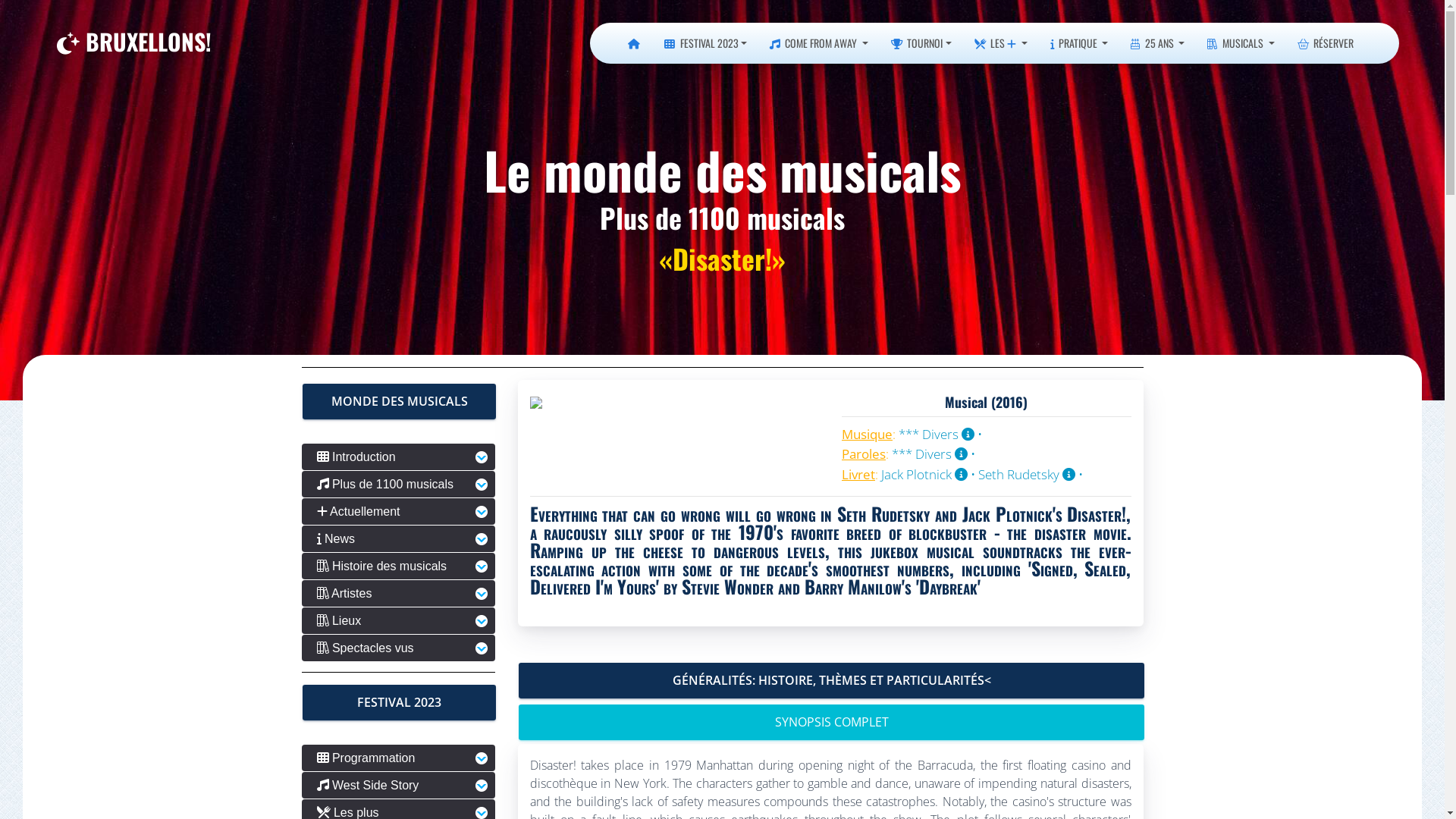 The width and height of the screenshot is (1456, 819). Describe the element at coordinates (398, 758) in the screenshot. I see `'Programmation'` at that location.